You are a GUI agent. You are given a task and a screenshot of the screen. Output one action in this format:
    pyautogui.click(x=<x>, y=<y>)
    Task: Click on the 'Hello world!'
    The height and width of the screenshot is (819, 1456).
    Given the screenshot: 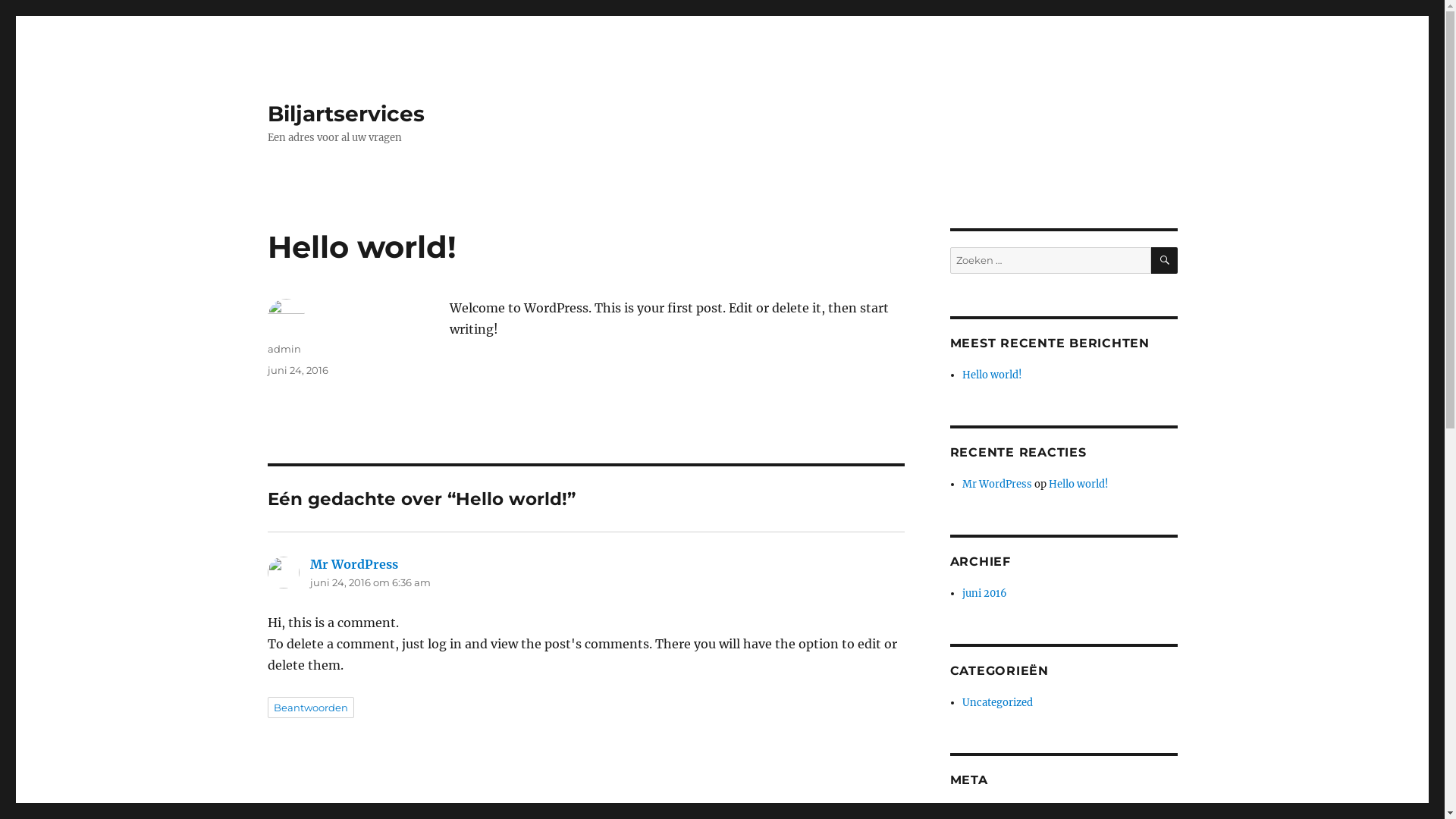 What is the action you would take?
    pyautogui.click(x=992, y=375)
    